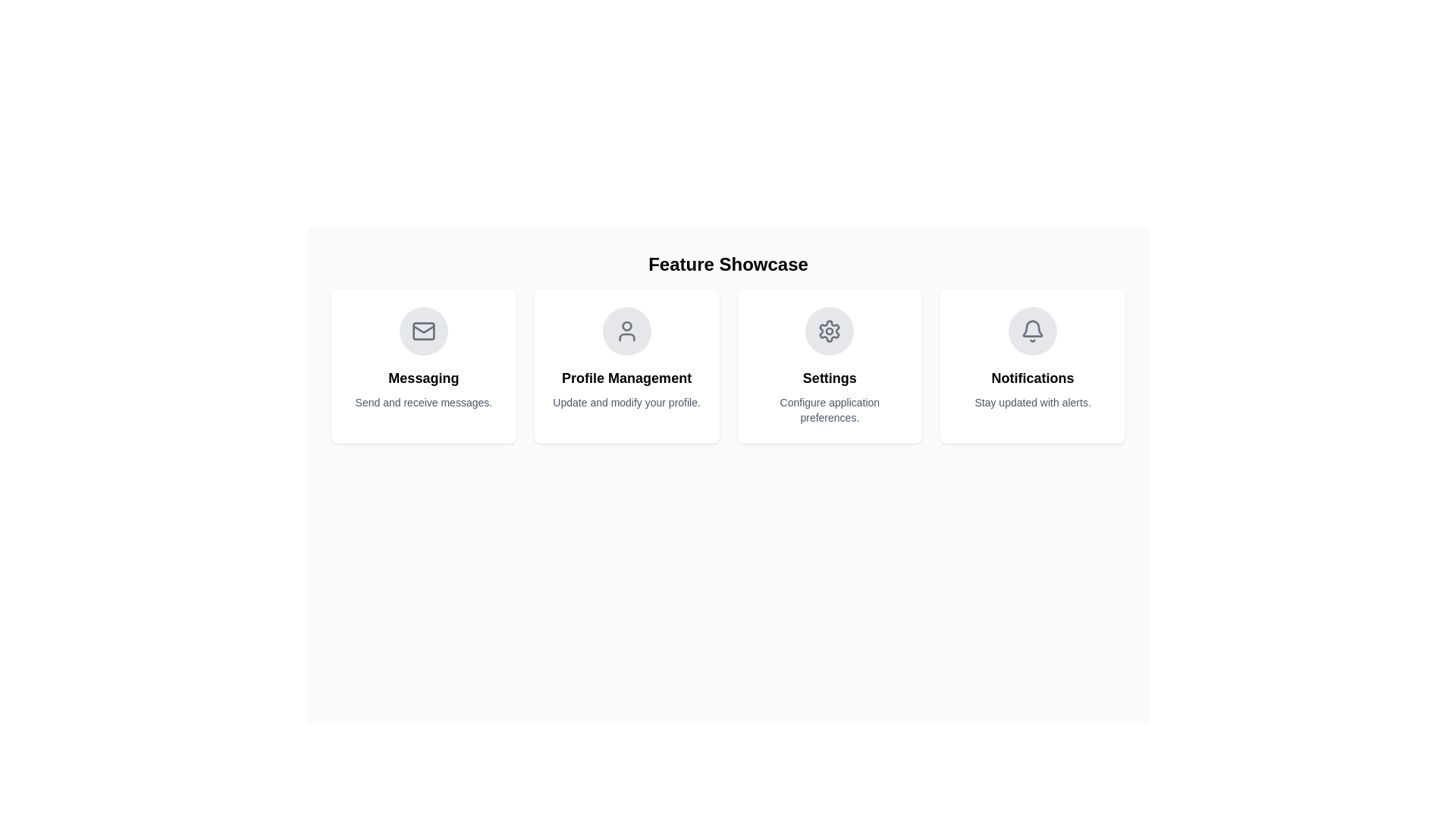 The height and width of the screenshot is (819, 1456). I want to click on the user profile icon located in the upper-center of the 'Profile Management' card beneath the 'Feature Showcase' title, so click(626, 325).